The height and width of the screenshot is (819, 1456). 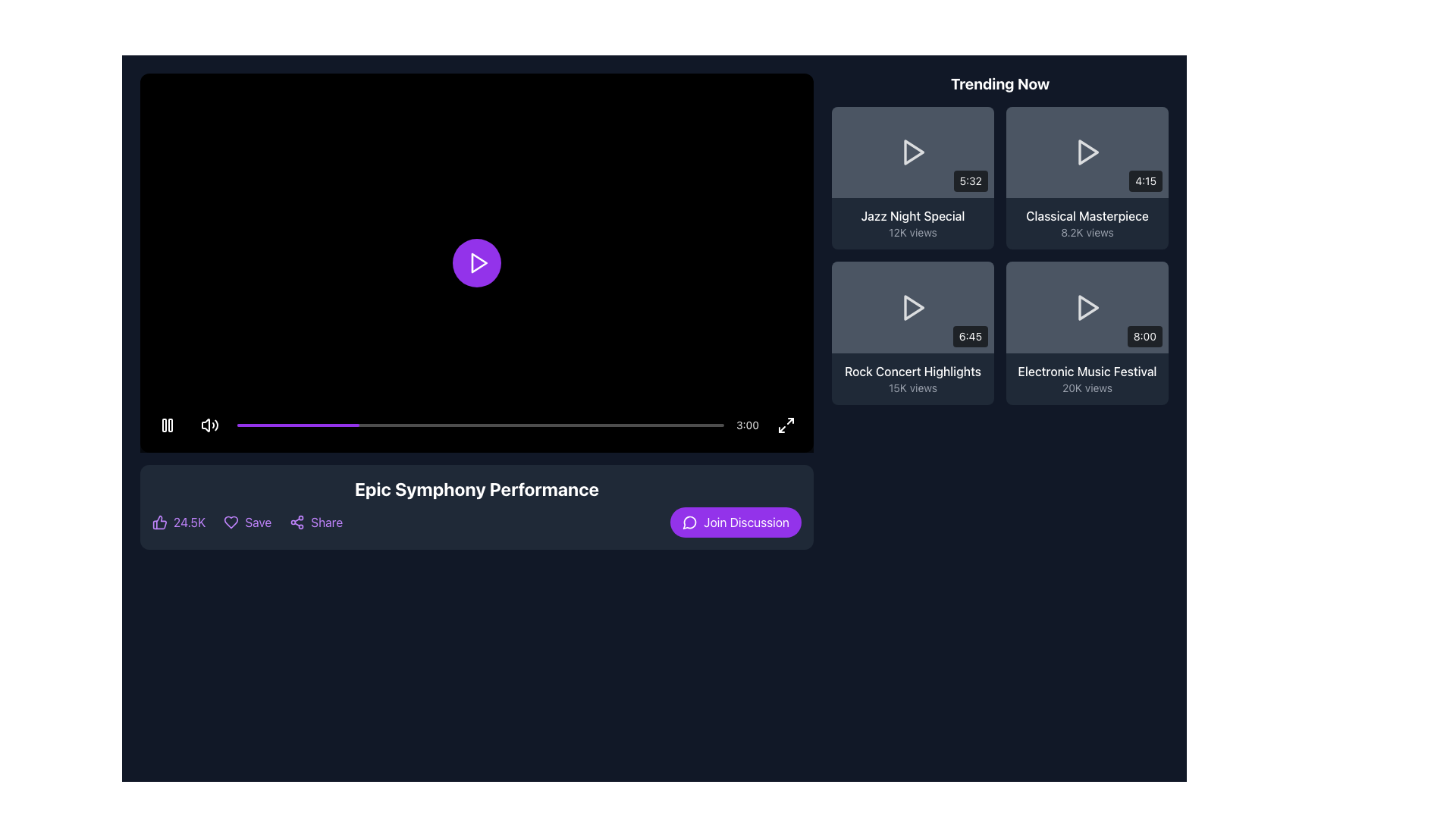 What do you see at coordinates (441, 425) in the screenshot?
I see `the video playback progress` at bounding box center [441, 425].